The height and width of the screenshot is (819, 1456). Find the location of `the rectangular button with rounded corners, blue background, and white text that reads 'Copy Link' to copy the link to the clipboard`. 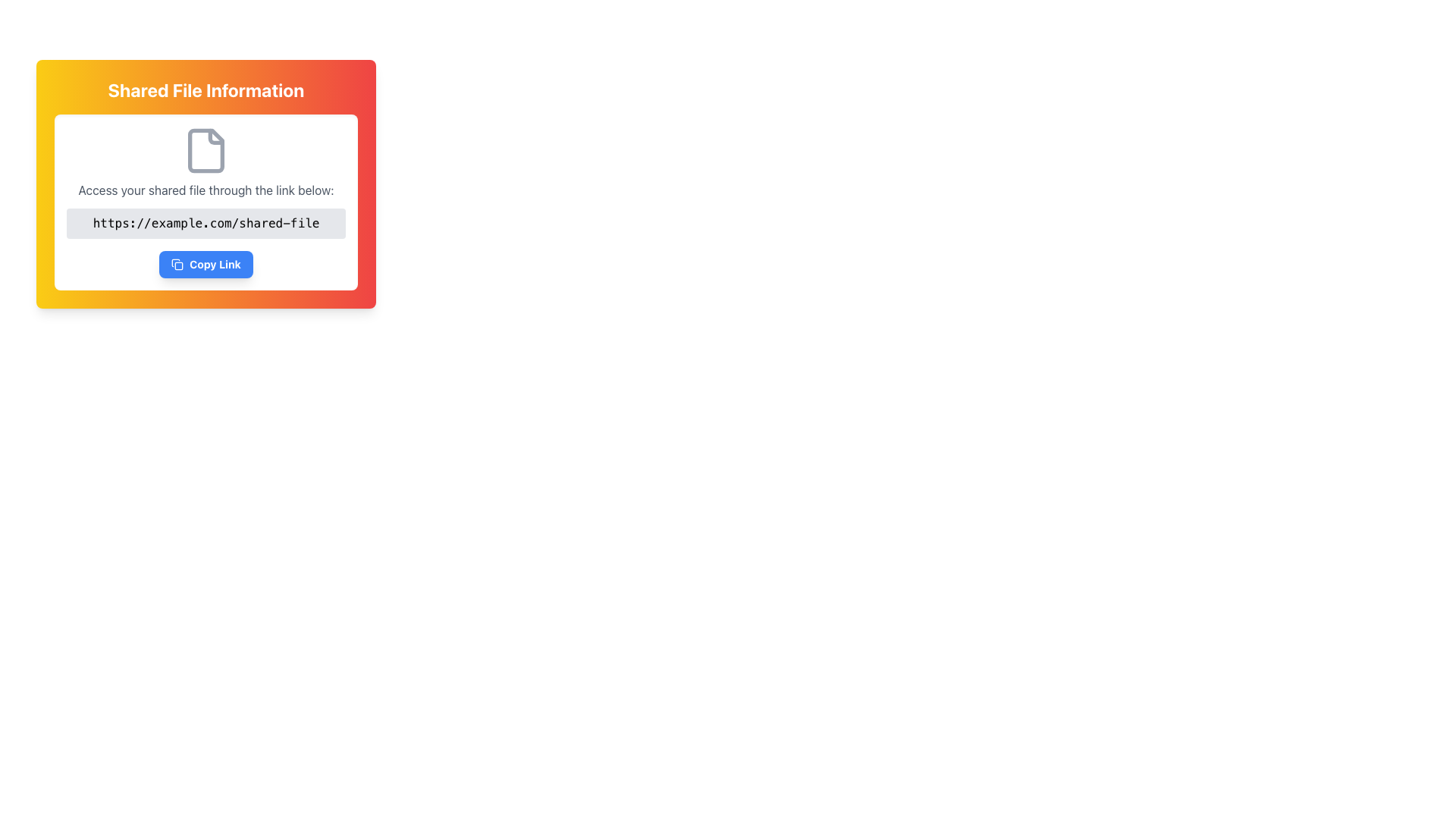

the rectangular button with rounded corners, blue background, and white text that reads 'Copy Link' to copy the link to the clipboard is located at coordinates (206, 263).